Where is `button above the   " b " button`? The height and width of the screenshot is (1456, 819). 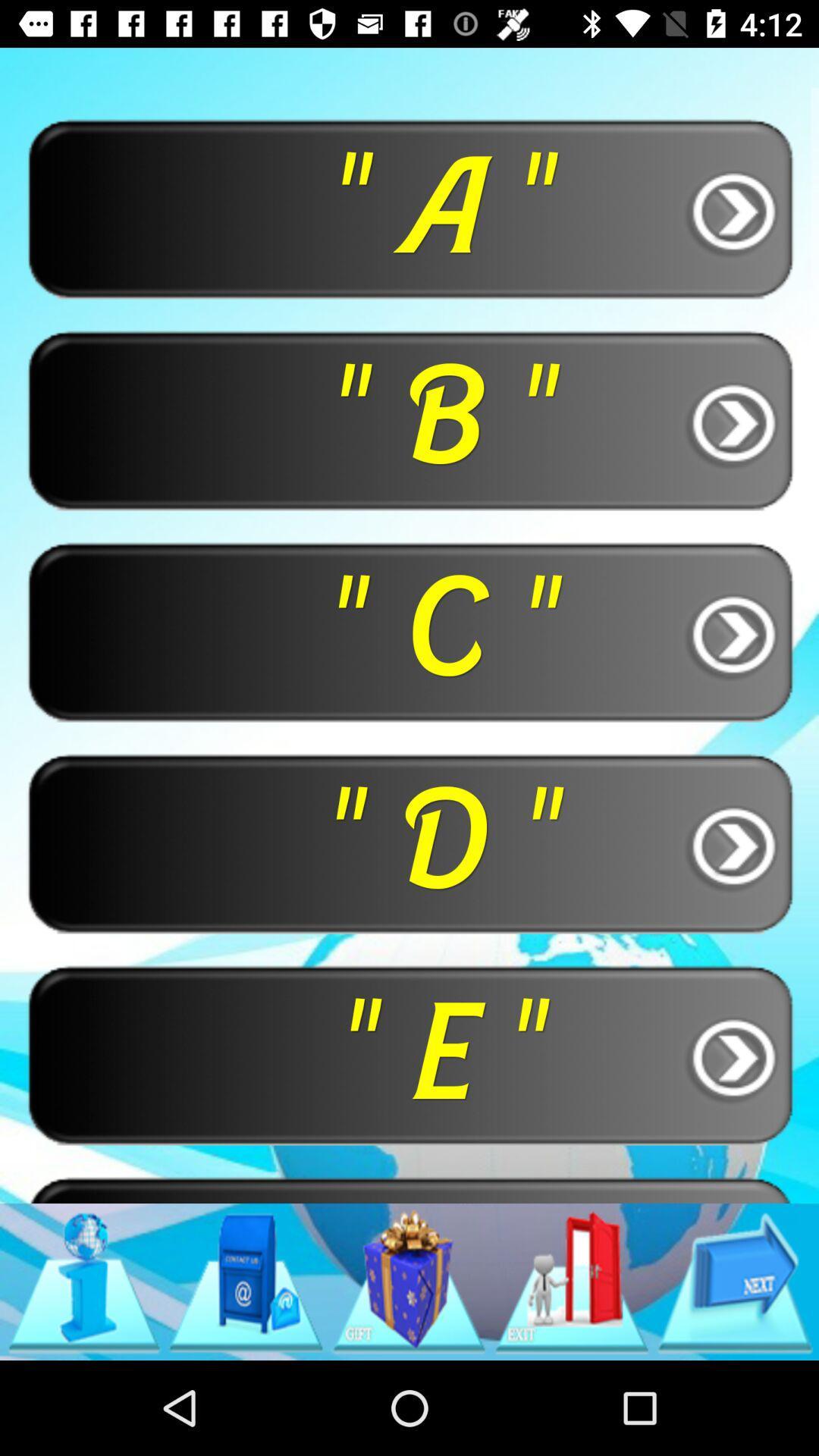 button above the   " b " button is located at coordinates (409, 207).